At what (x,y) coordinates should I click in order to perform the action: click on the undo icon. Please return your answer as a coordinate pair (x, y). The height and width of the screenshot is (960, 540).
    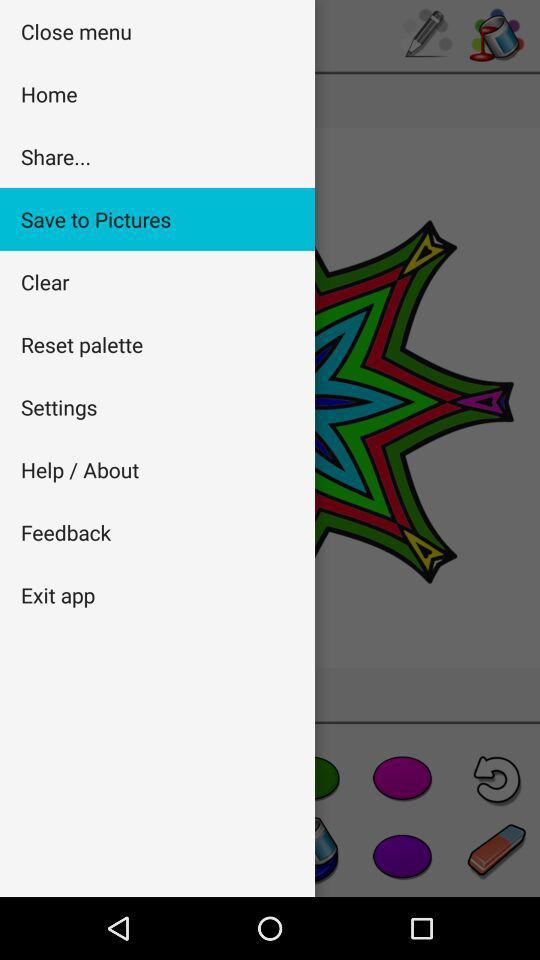
    Looking at the image, I should click on (496, 779).